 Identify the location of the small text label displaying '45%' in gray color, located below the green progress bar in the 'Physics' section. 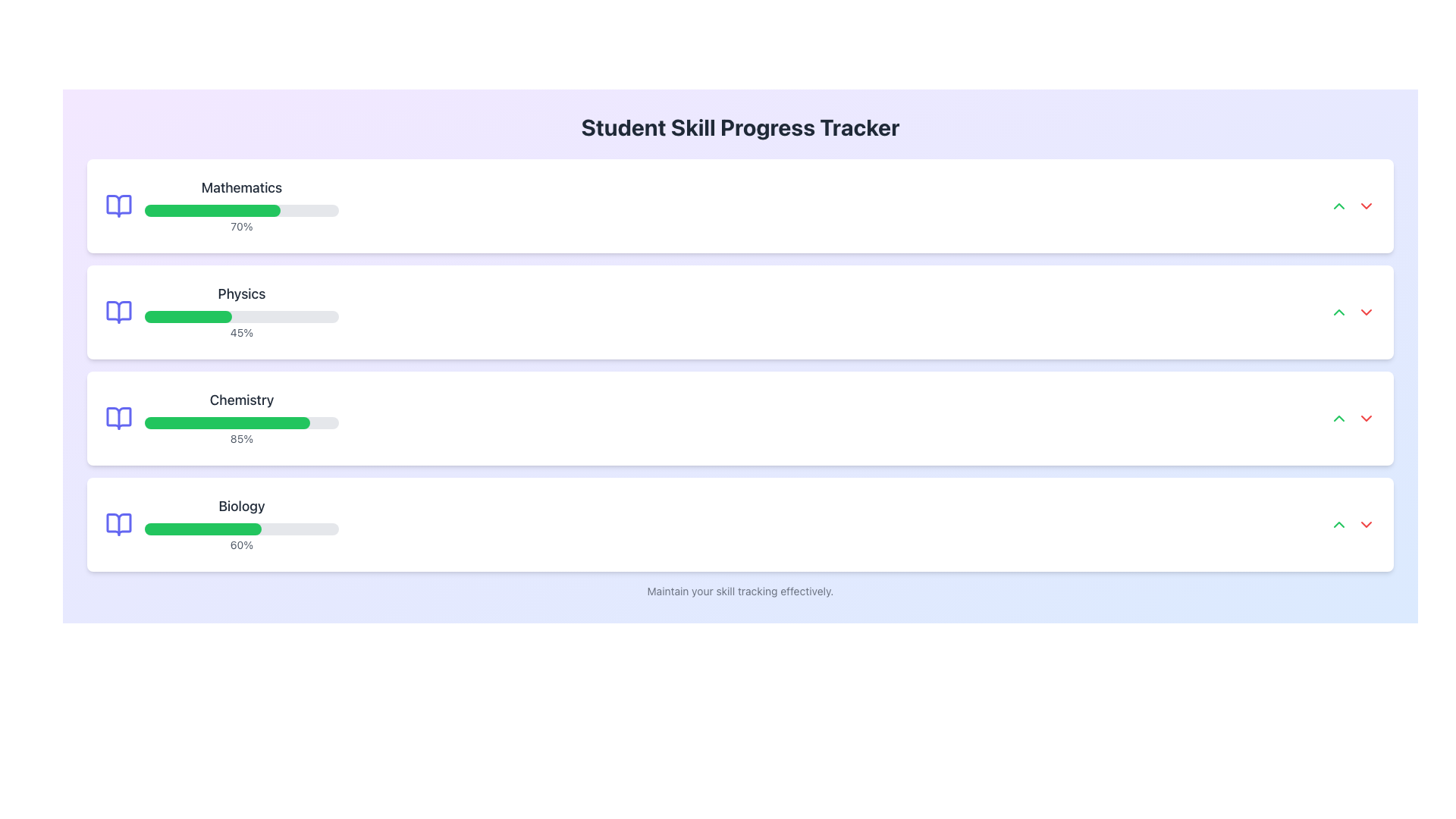
(240, 331).